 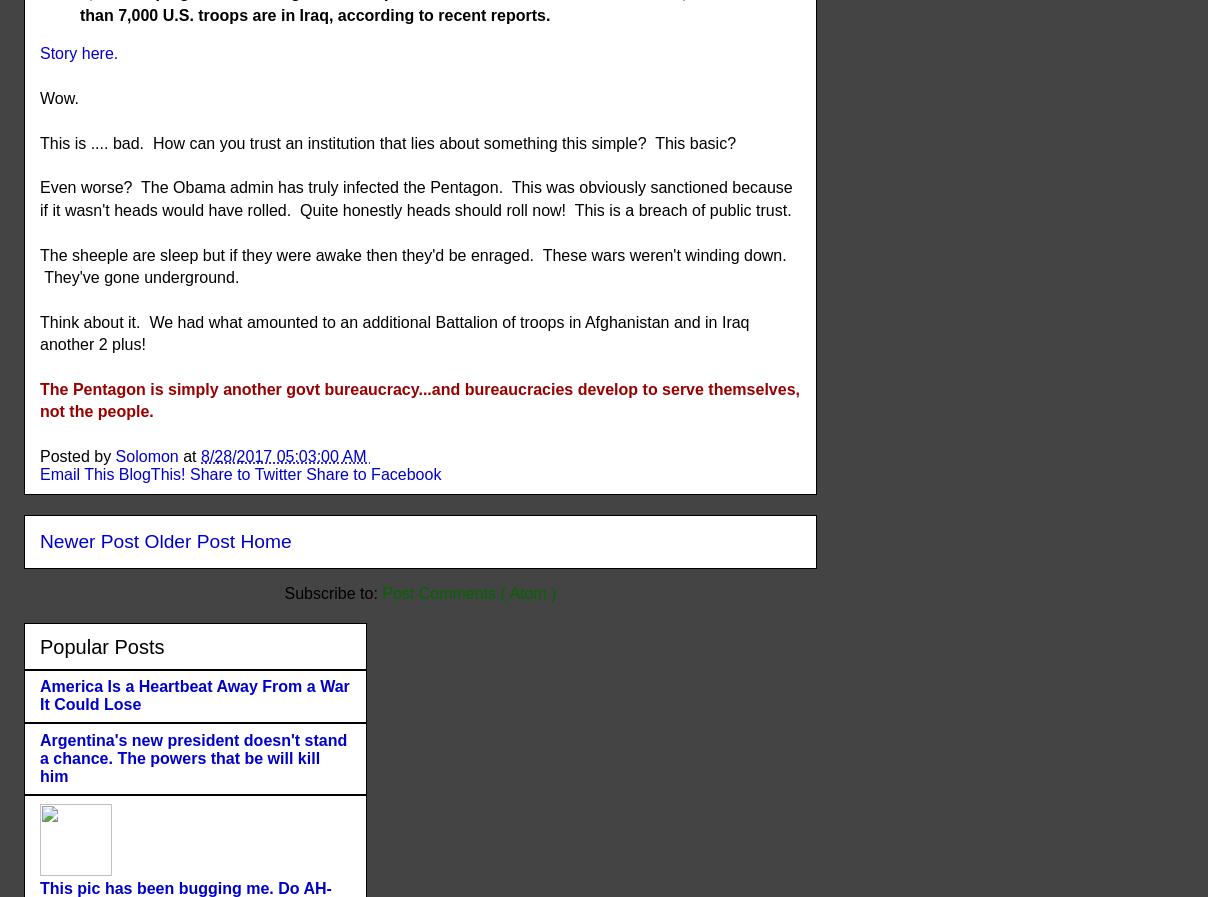 I want to click on 'Argentina's new president doesn't stand a chance.  The powers that be will kill him', so click(x=193, y=757).